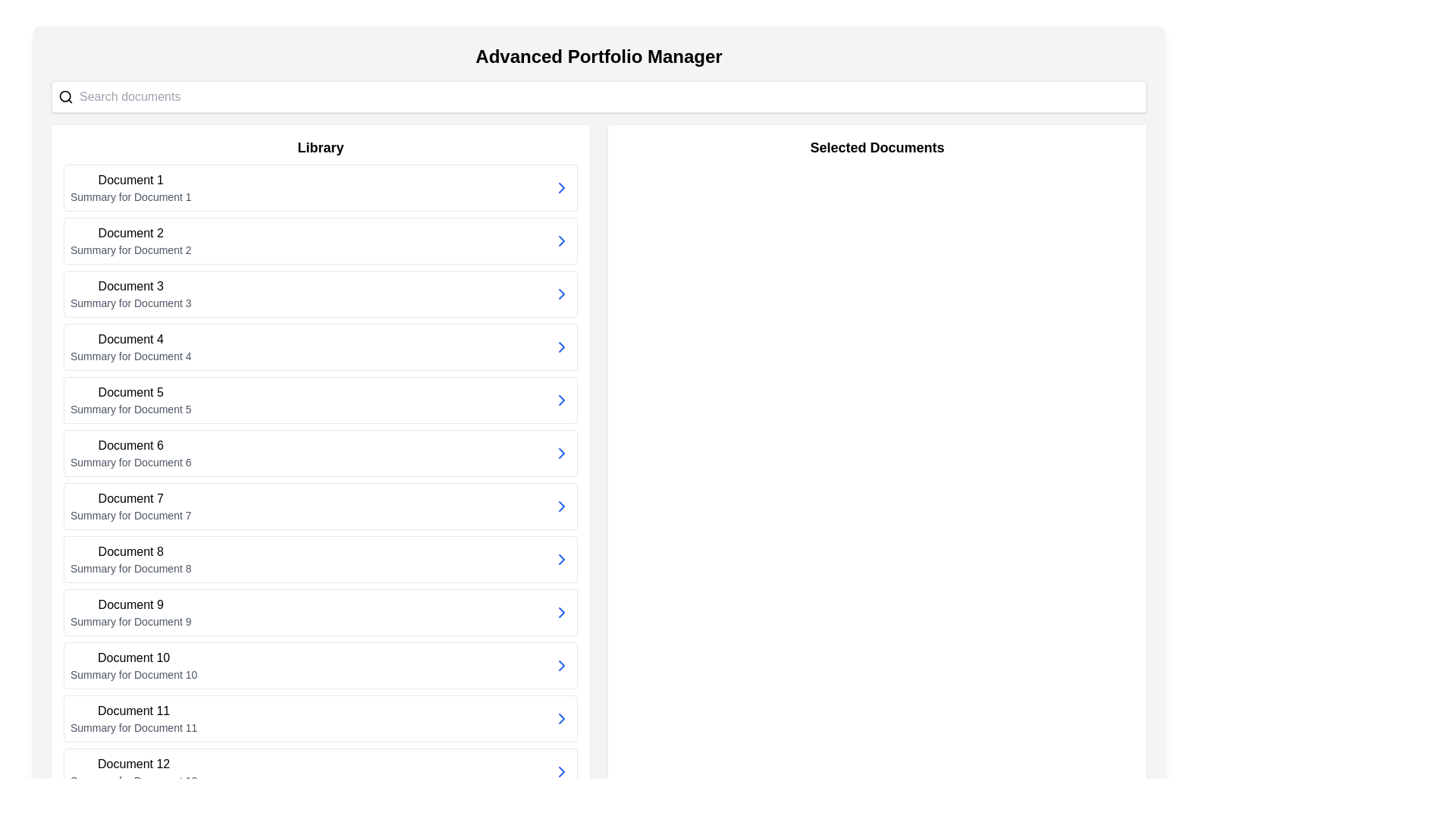 The height and width of the screenshot is (819, 1456). Describe the element at coordinates (560, 240) in the screenshot. I see `the right-facing blue chevron icon associated with 'Document 2' in the Library section` at that location.